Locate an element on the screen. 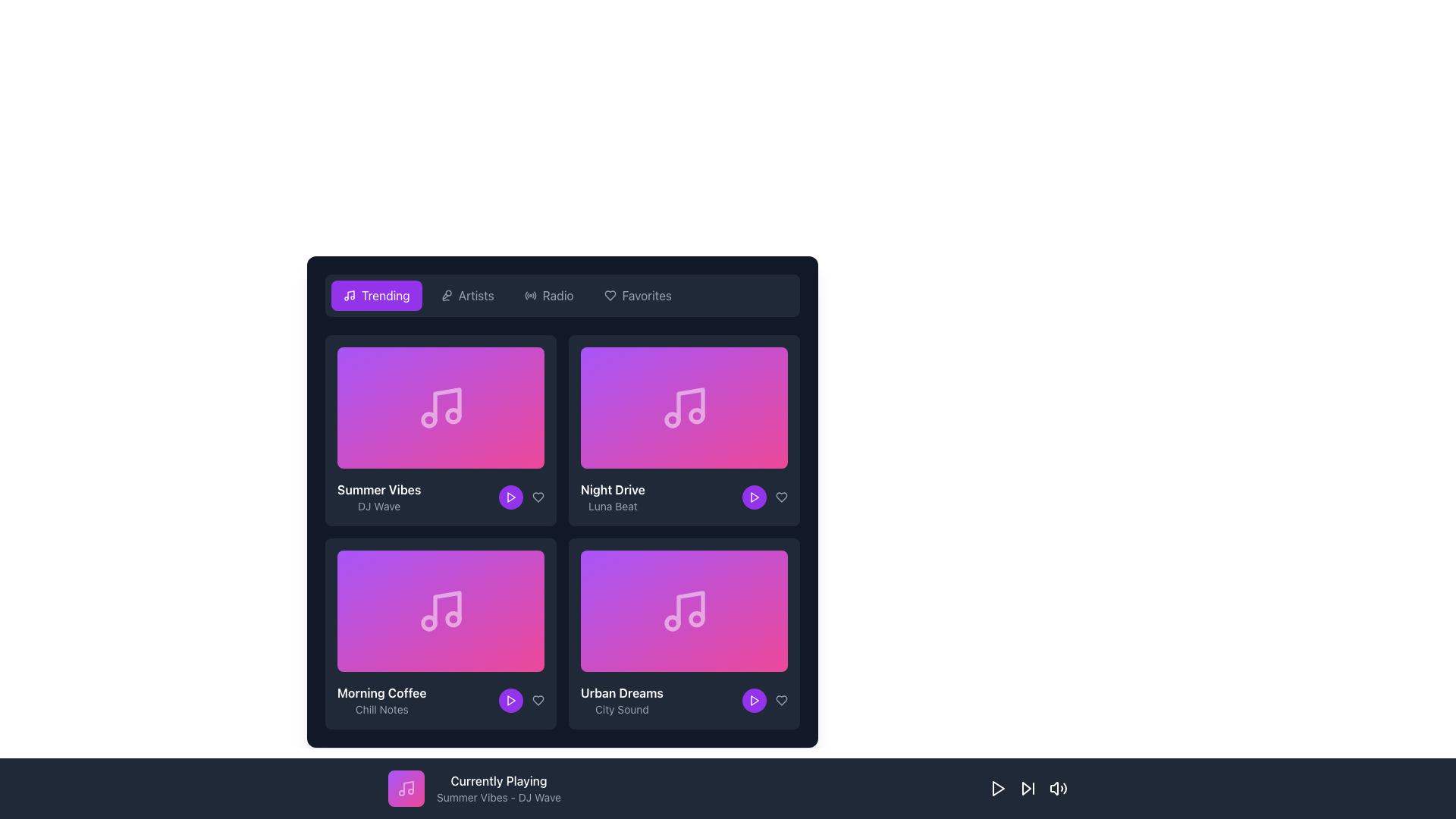 The image size is (1456, 819). the second circle in the SVG music note icon within the 'Morning Coffee' card located at the bottom left side of the grid is located at coordinates (452, 619).